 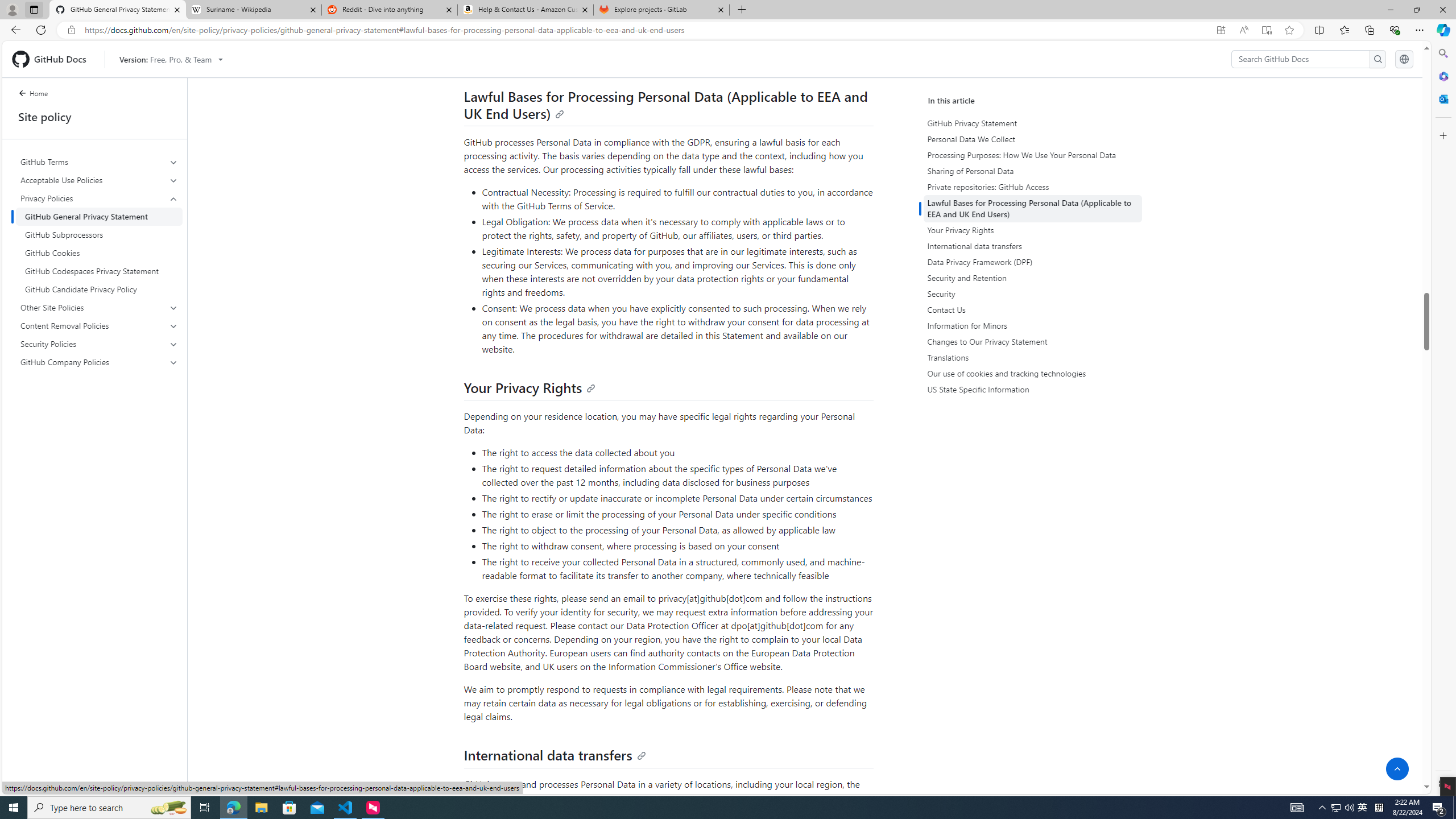 What do you see at coordinates (99, 270) in the screenshot?
I see `'GitHub Codespaces Privacy Statement'` at bounding box center [99, 270].